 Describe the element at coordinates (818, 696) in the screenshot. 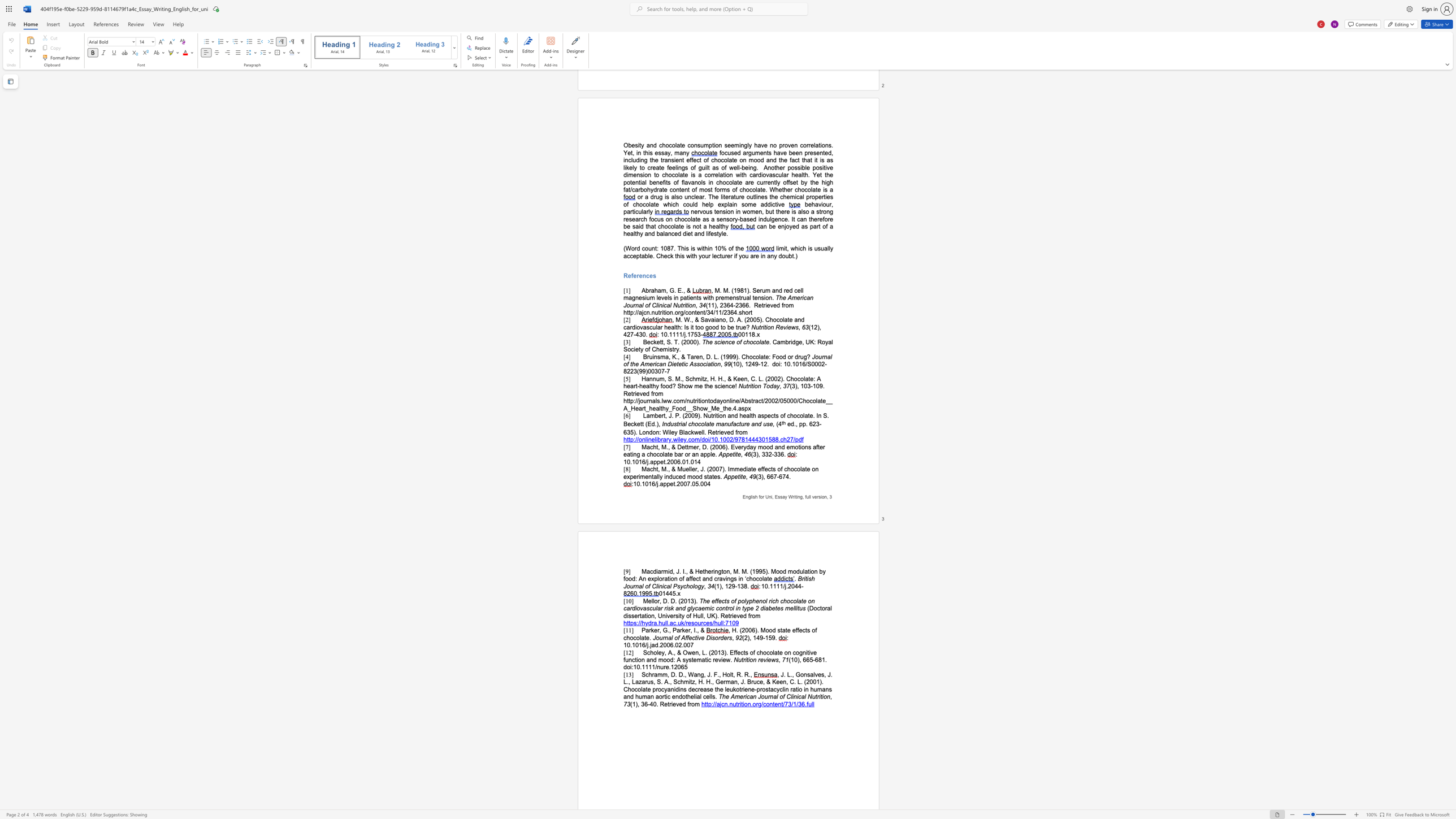

I see `the subset text "ition" within the text "The American Journal of Clinical Nutrition"` at that location.